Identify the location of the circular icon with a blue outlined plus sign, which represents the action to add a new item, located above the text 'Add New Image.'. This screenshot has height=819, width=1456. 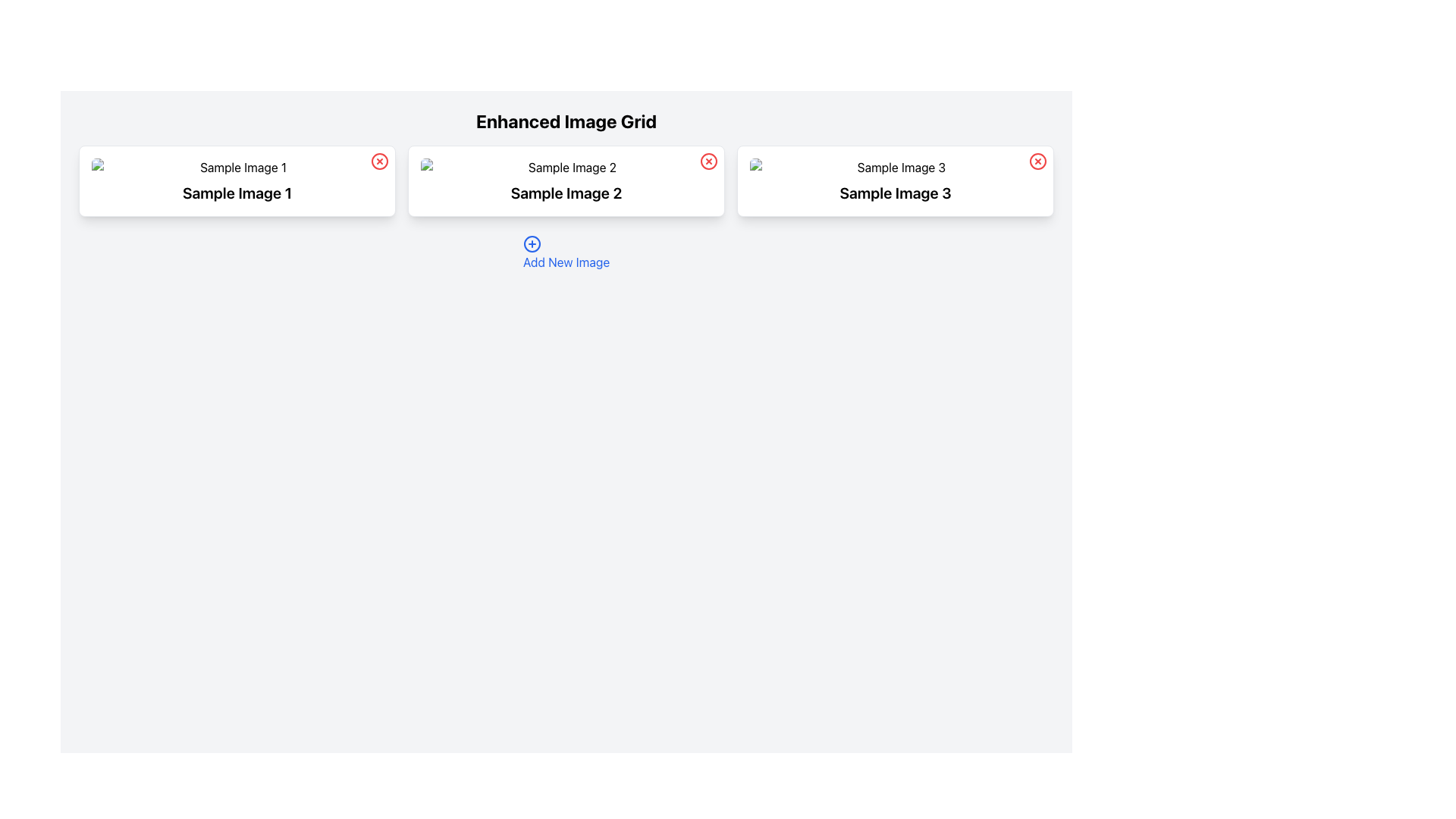
(532, 243).